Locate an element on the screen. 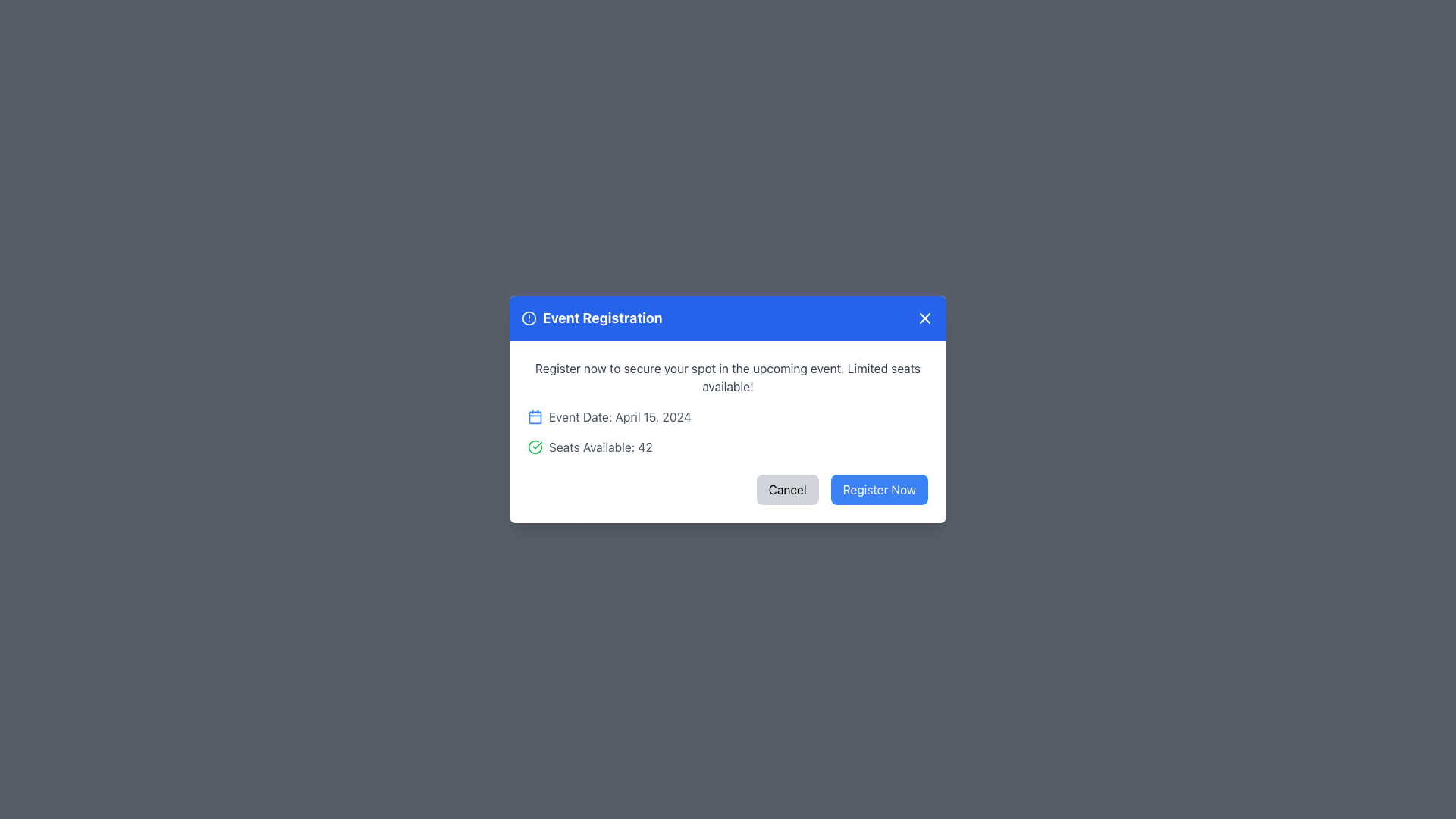  text label located in the 'Event Registration' modal, which informs the user about event registration and encourages immediate action due to limited availability is located at coordinates (728, 376).